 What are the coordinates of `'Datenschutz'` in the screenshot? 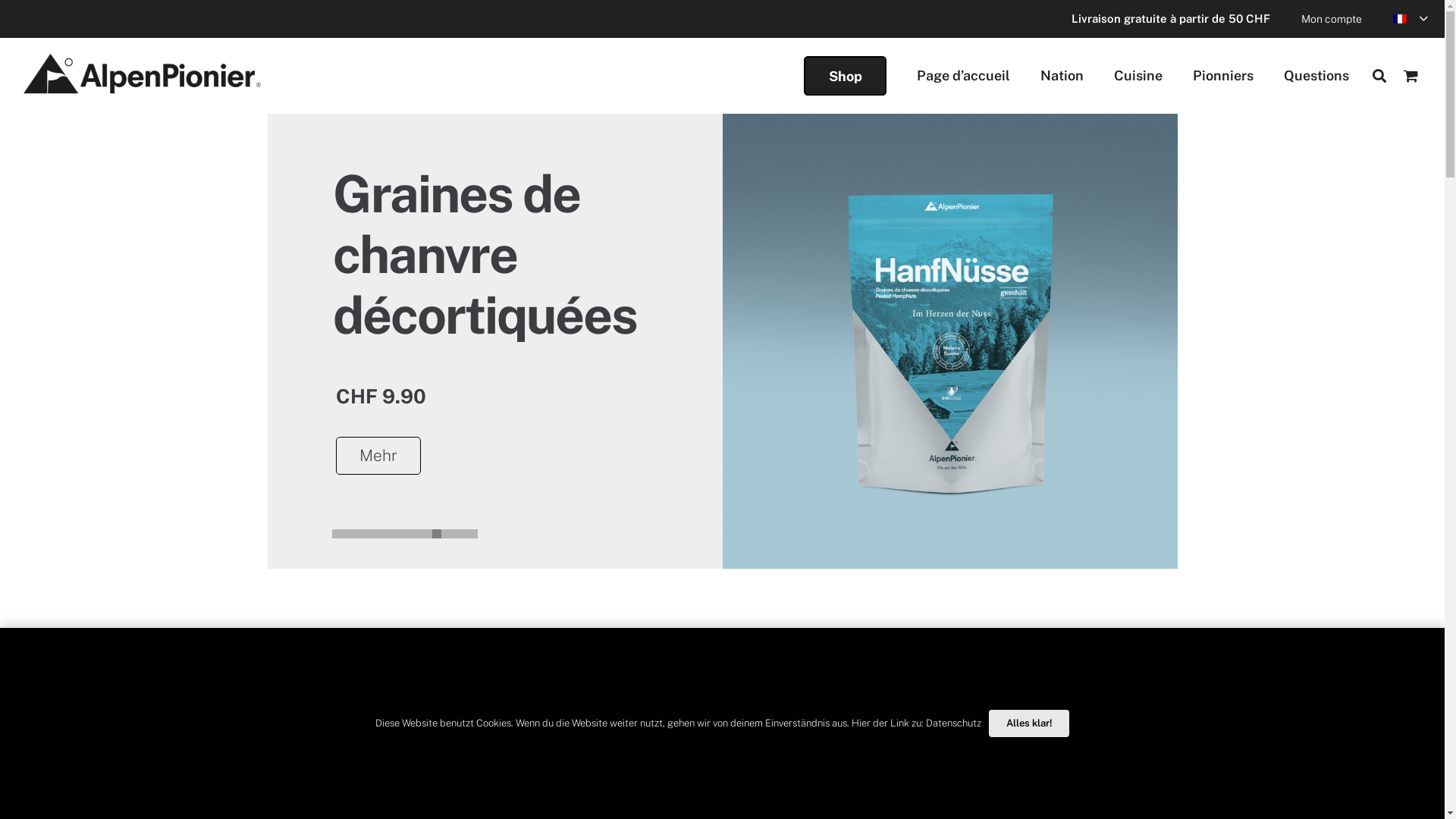 It's located at (952, 722).